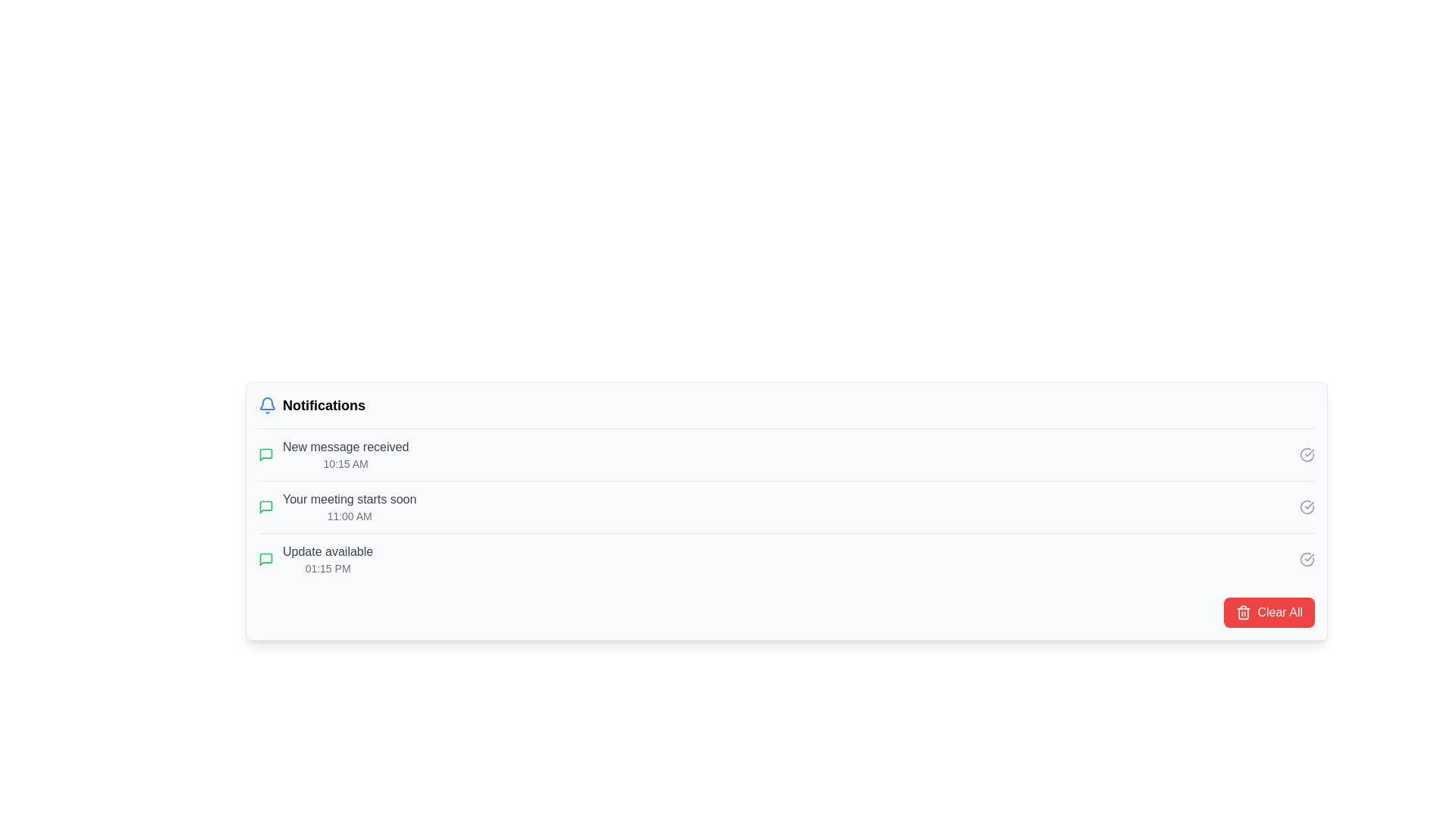 The width and height of the screenshot is (1456, 819). What do you see at coordinates (1279, 611) in the screenshot?
I see `the 'Clear All' button, which has white text on a red background and is located in the bottom-right corner of the notification panel, to clear all notifications` at bounding box center [1279, 611].